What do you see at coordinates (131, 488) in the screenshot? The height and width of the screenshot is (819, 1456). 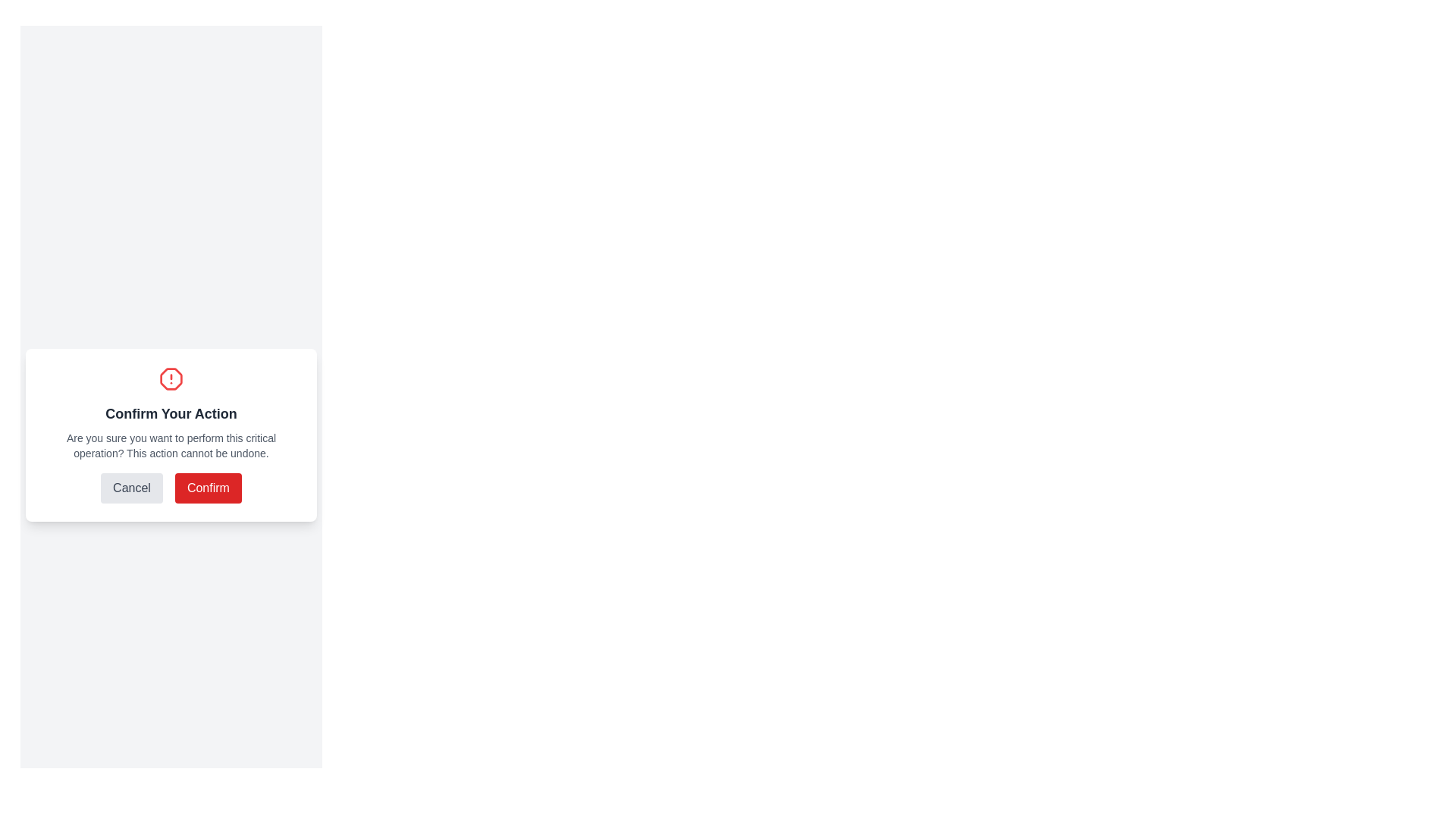 I see `the cancel button located at the bottom of the confirmation dialog box` at bounding box center [131, 488].